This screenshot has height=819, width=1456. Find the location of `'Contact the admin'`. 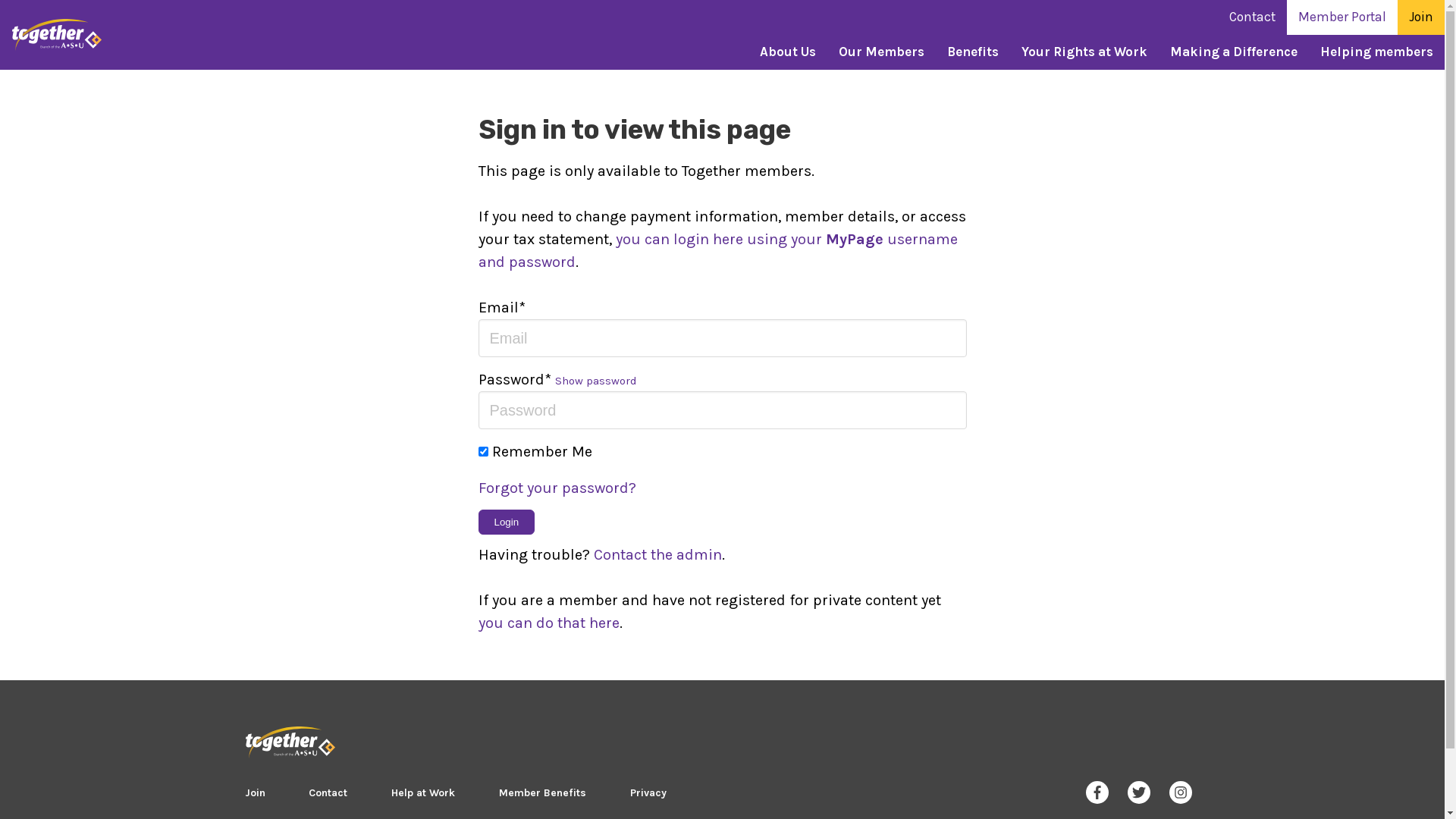

'Contact the admin' is located at coordinates (657, 554).